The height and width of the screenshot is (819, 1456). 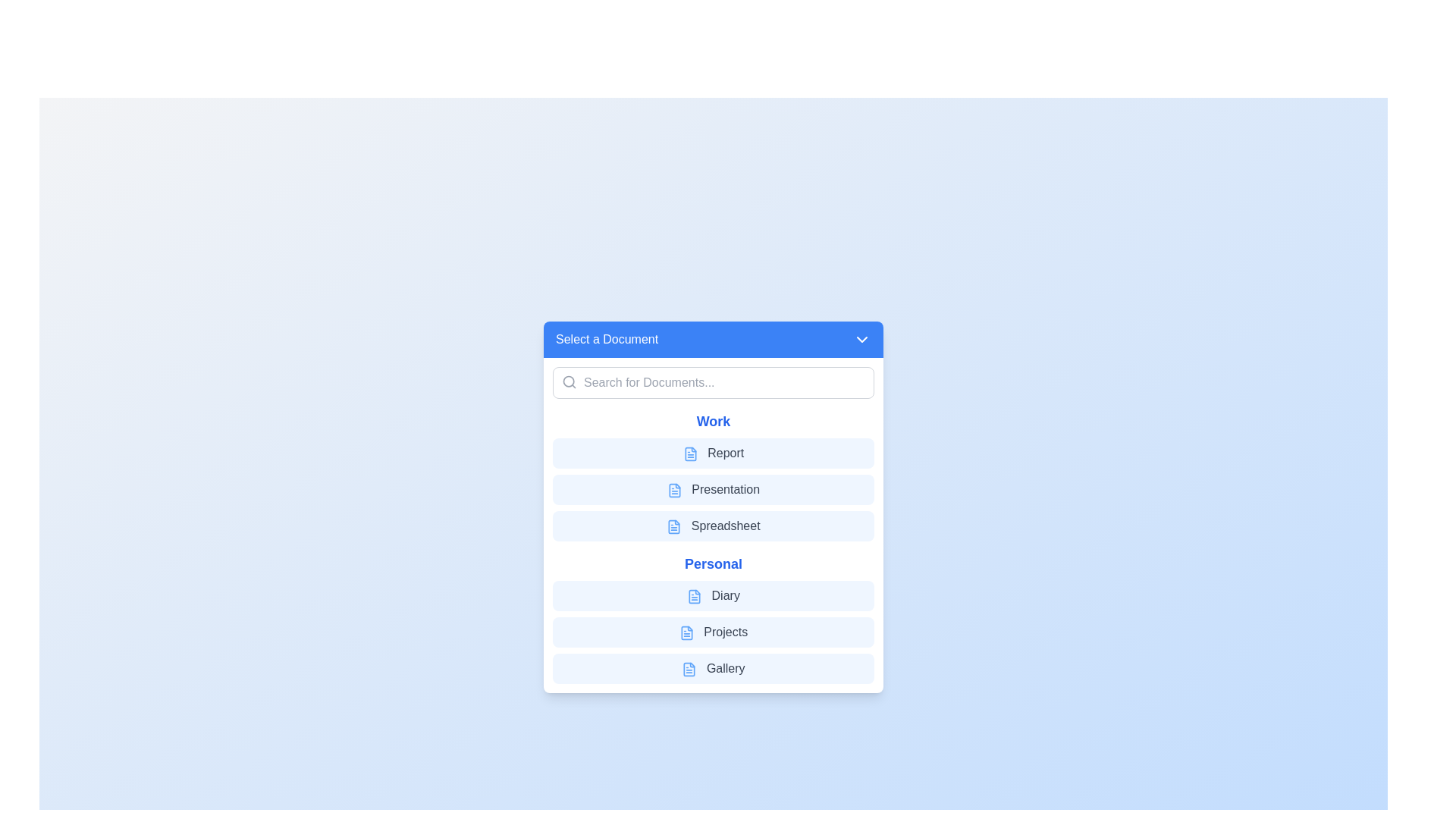 I want to click on the search icon located to the left inside the rectangular input field labeled 'Search for Documents...', positioned near the middle vertically, so click(x=568, y=381).